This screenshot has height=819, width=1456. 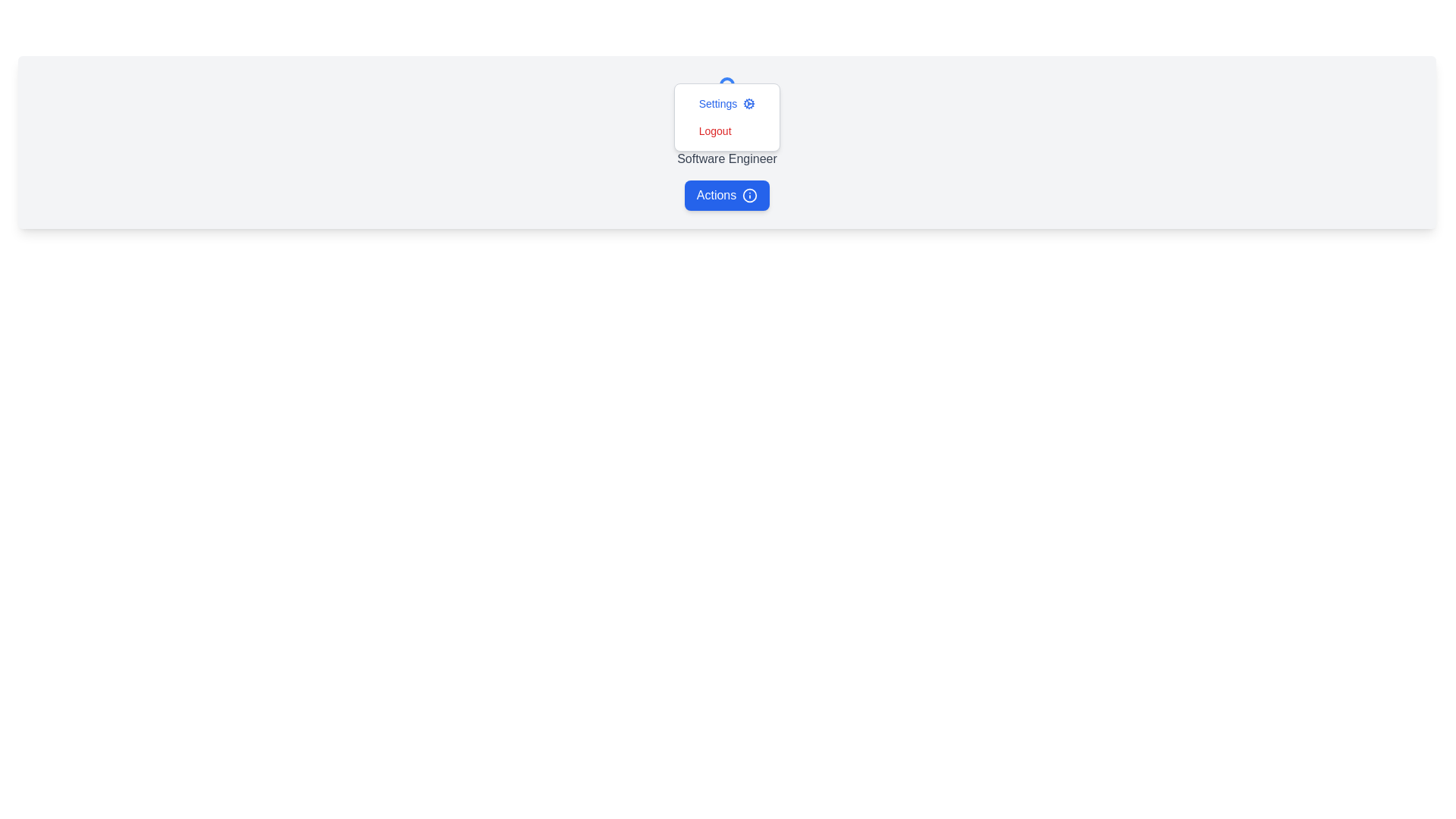 I want to click on the logout button, which is the second option in the dropdown menu located below the 'Settings' option, to change its text color, so click(x=726, y=130).